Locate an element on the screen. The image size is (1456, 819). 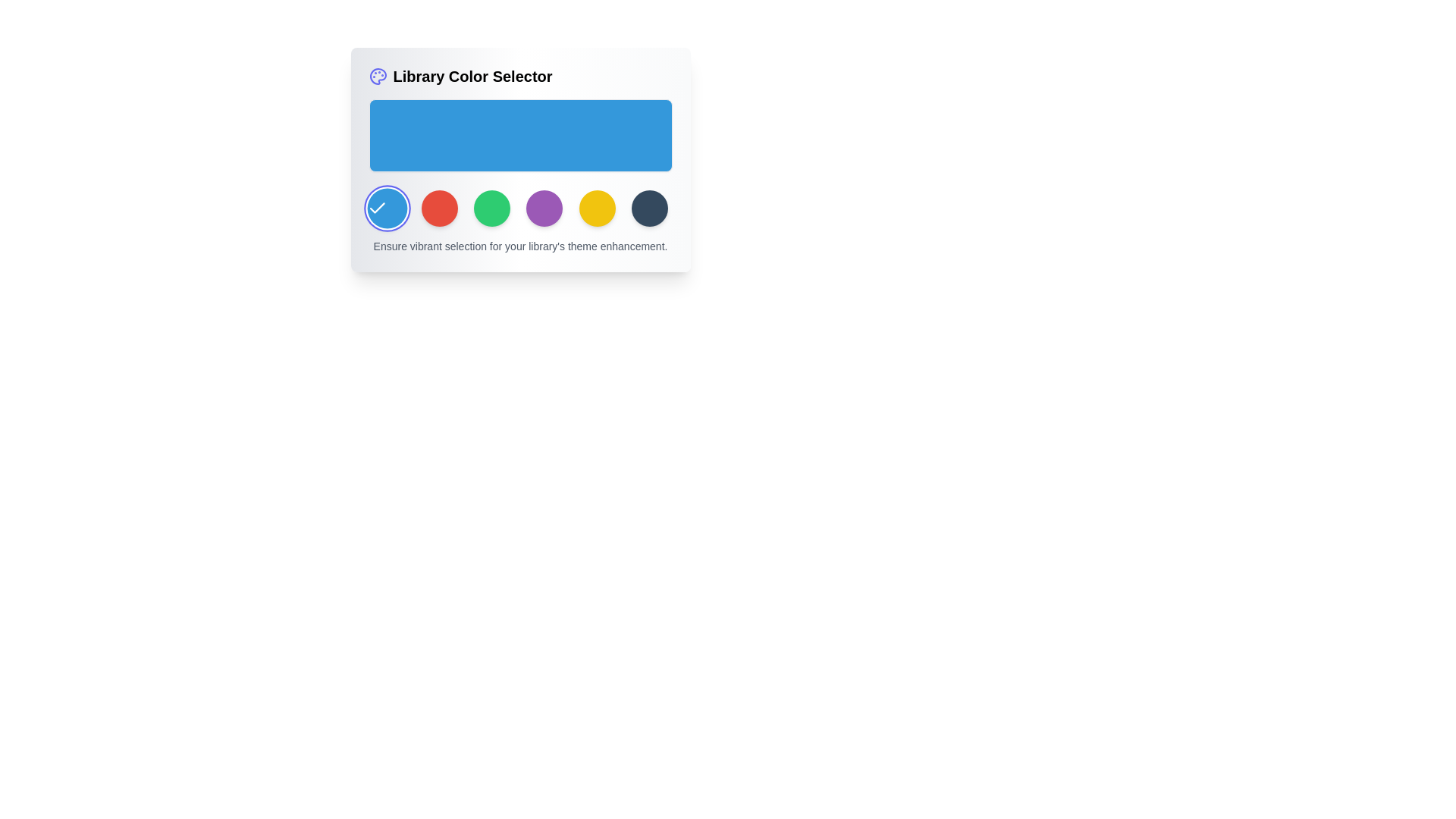
the first circular button in the 'Library Color Selector' section that selects blue as the active color is located at coordinates (387, 208).